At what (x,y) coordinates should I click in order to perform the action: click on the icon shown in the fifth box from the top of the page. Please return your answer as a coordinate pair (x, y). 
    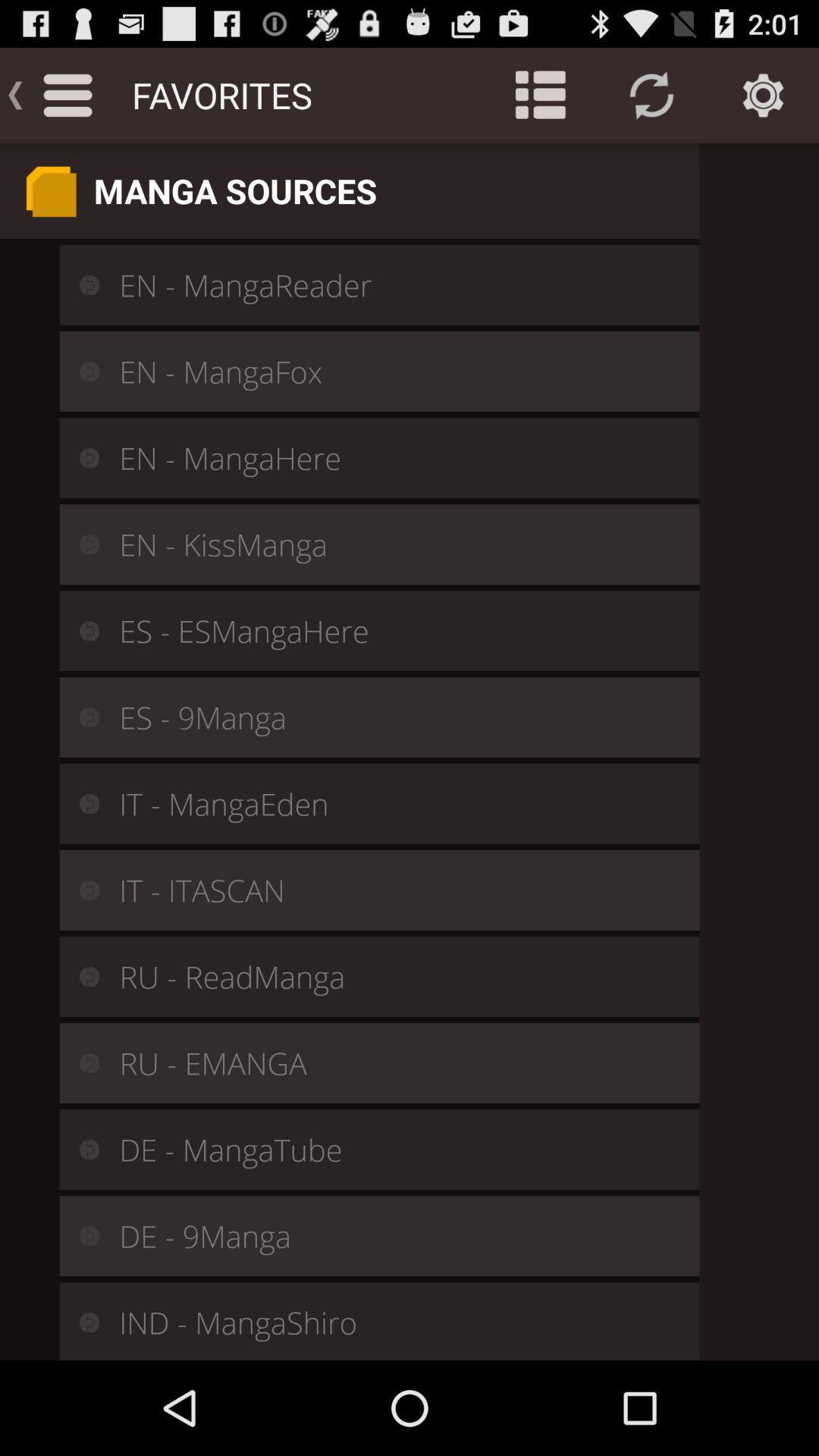
    Looking at the image, I should click on (79, 630).